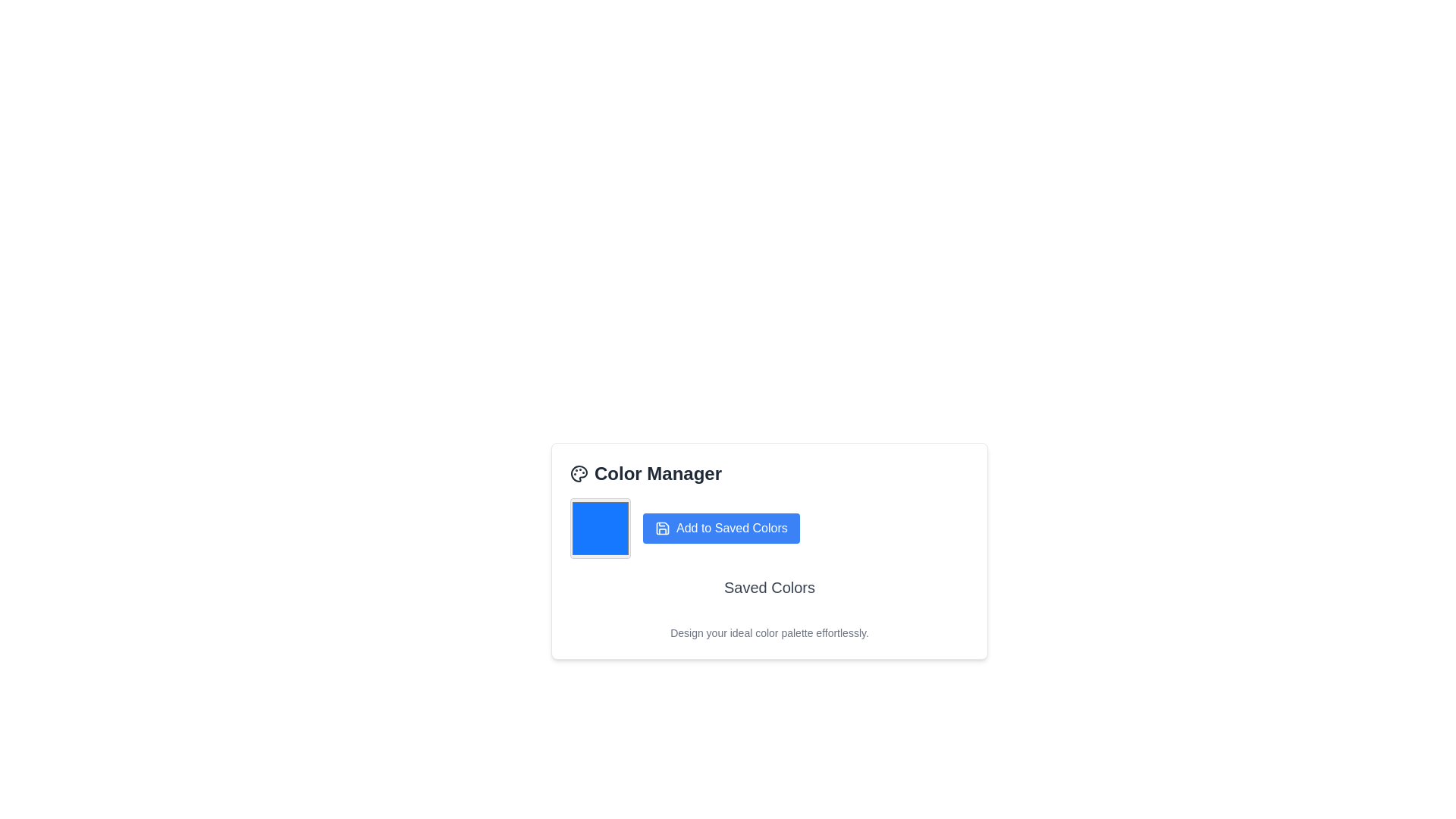 This screenshot has height=819, width=1456. What do you see at coordinates (578, 472) in the screenshot?
I see `the circular paint palette icon located to the left of the 'Color Manager' text in the interface header` at bounding box center [578, 472].